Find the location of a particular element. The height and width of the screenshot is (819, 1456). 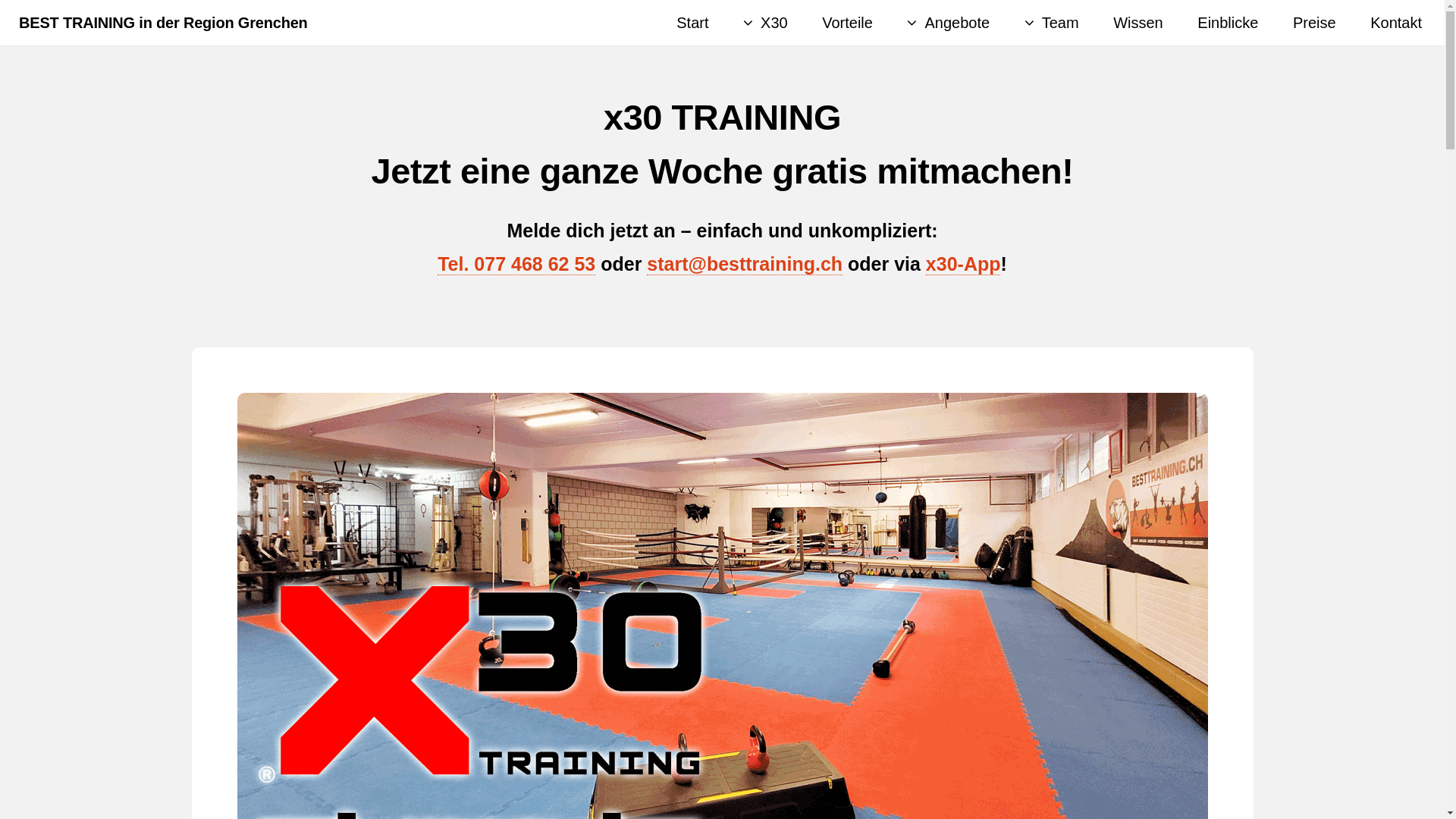

'x30-App' is located at coordinates (962, 263).